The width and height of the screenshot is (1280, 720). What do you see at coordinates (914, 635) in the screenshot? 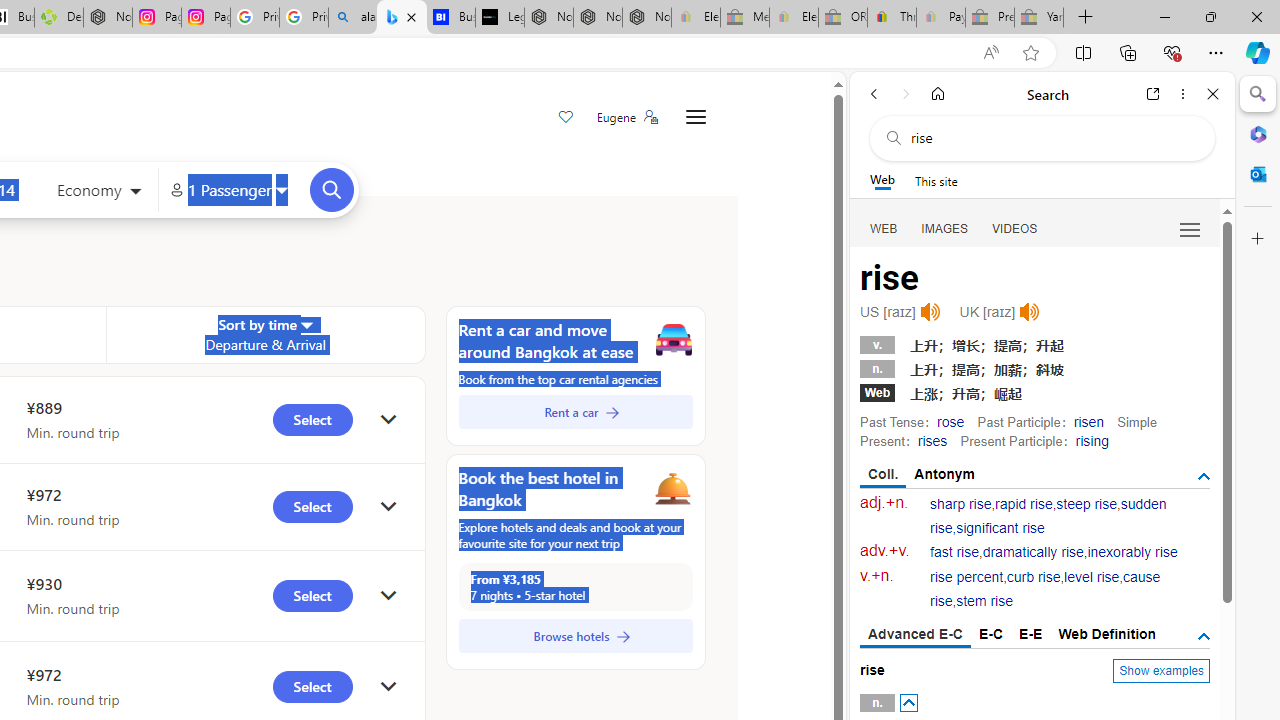
I see `'Advanced E-C'` at bounding box center [914, 635].